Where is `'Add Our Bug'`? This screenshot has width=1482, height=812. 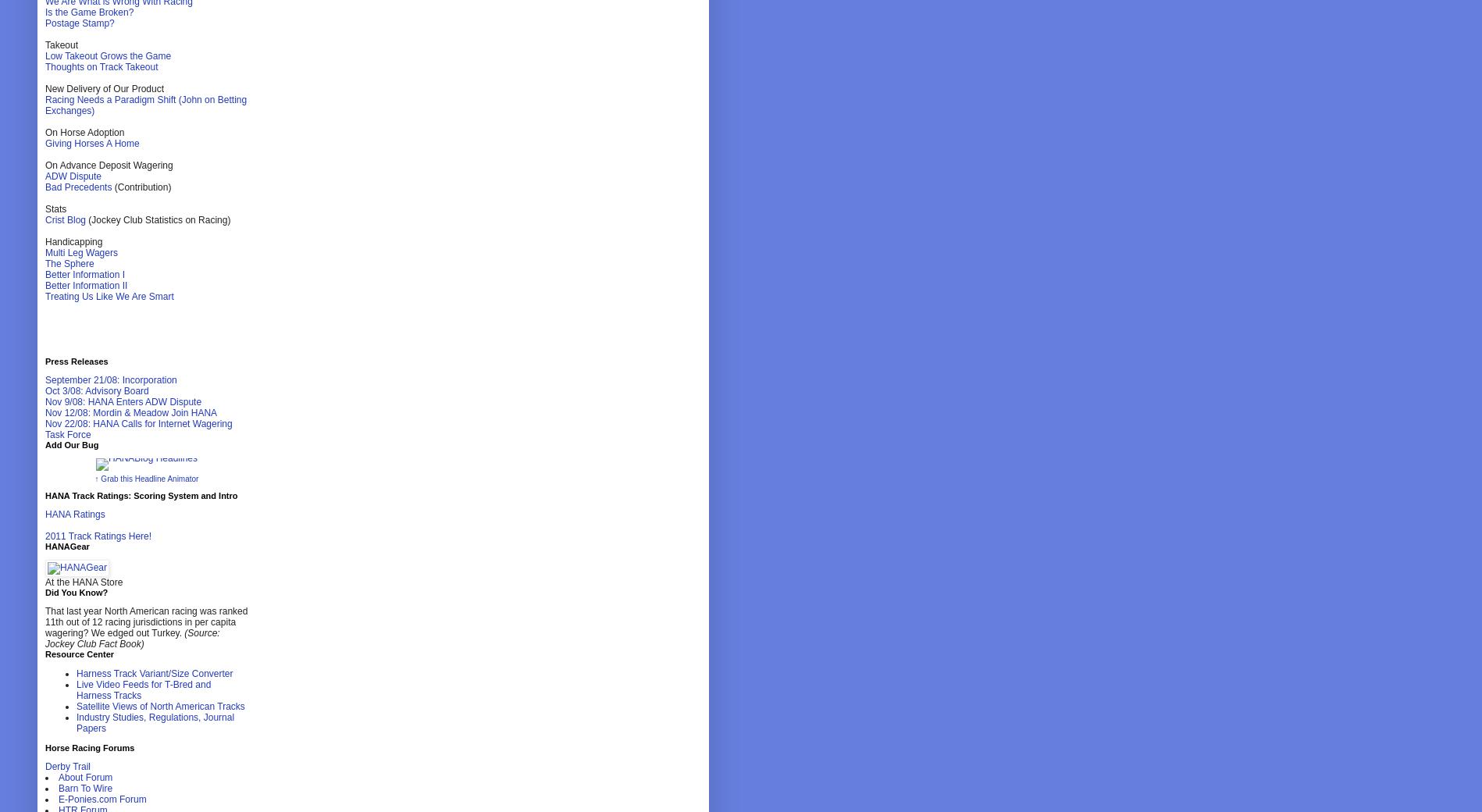
'Add Our Bug' is located at coordinates (72, 444).